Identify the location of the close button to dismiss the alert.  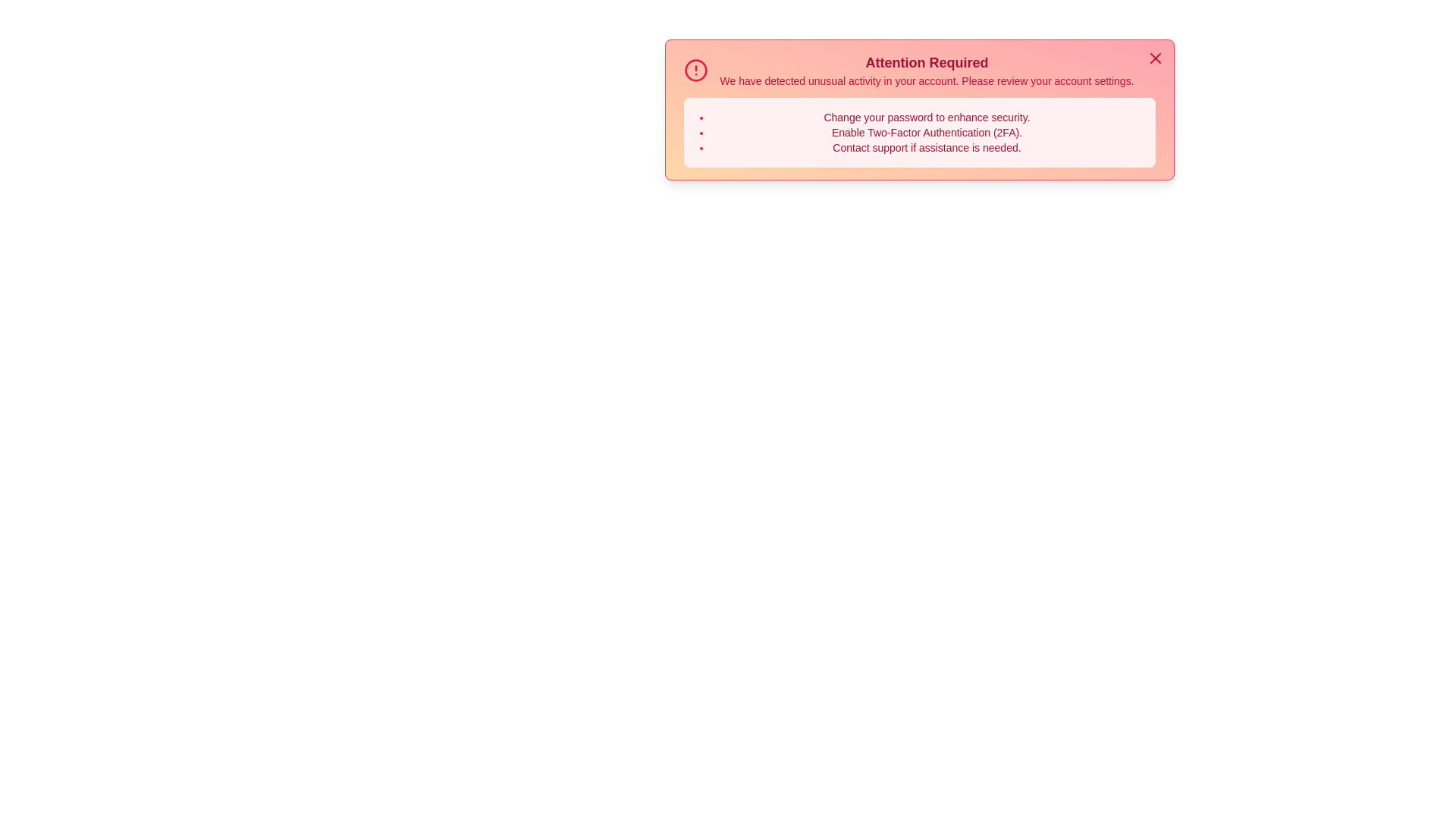
(1154, 58).